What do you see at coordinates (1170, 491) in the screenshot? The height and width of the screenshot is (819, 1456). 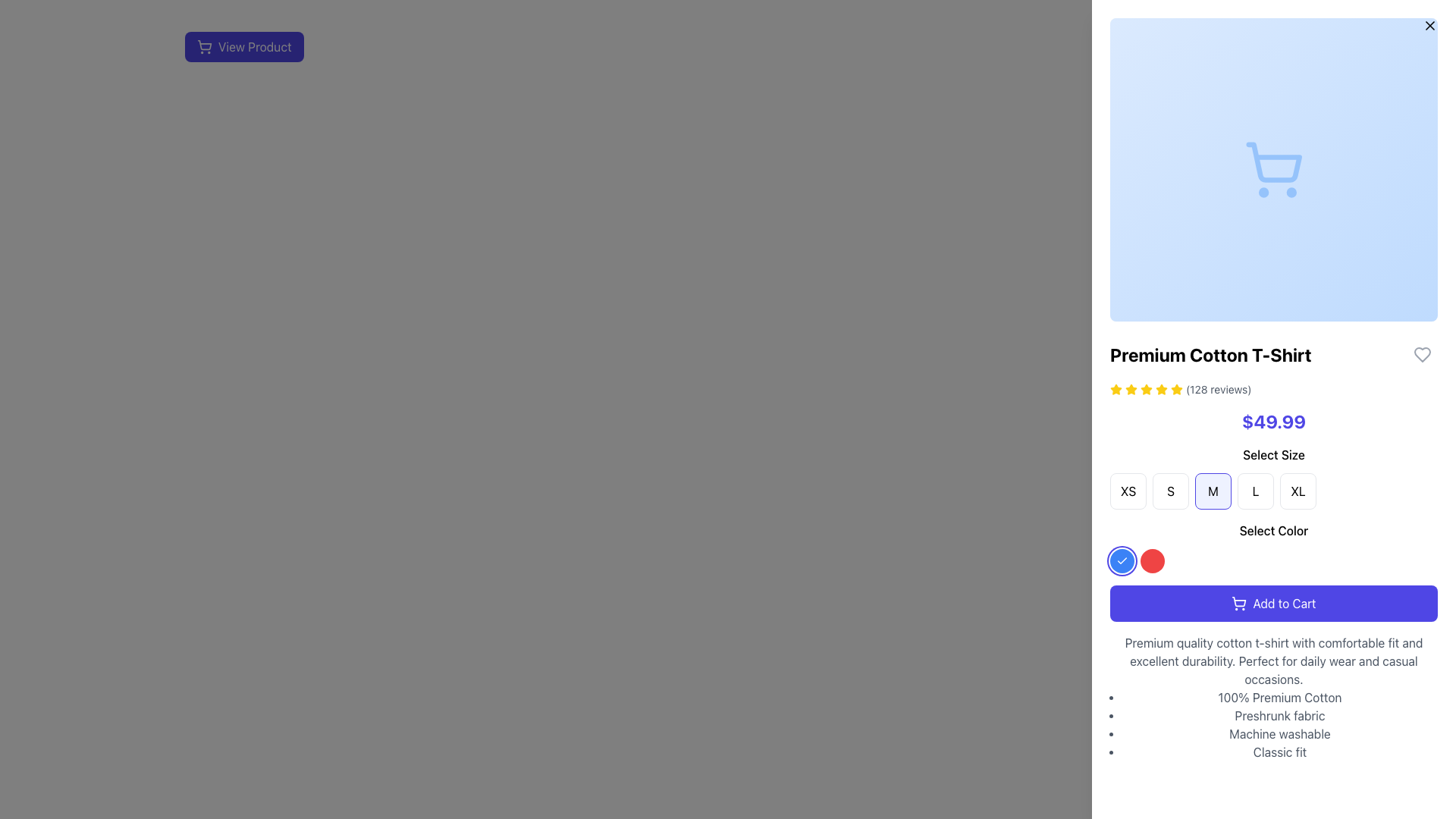 I see `the 'Small' size option button, which is the second button in a row of five size buttons labeled 'XS', 'S', 'M', 'L', 'XL', located below the price section` at bounding box center [1170, 491].